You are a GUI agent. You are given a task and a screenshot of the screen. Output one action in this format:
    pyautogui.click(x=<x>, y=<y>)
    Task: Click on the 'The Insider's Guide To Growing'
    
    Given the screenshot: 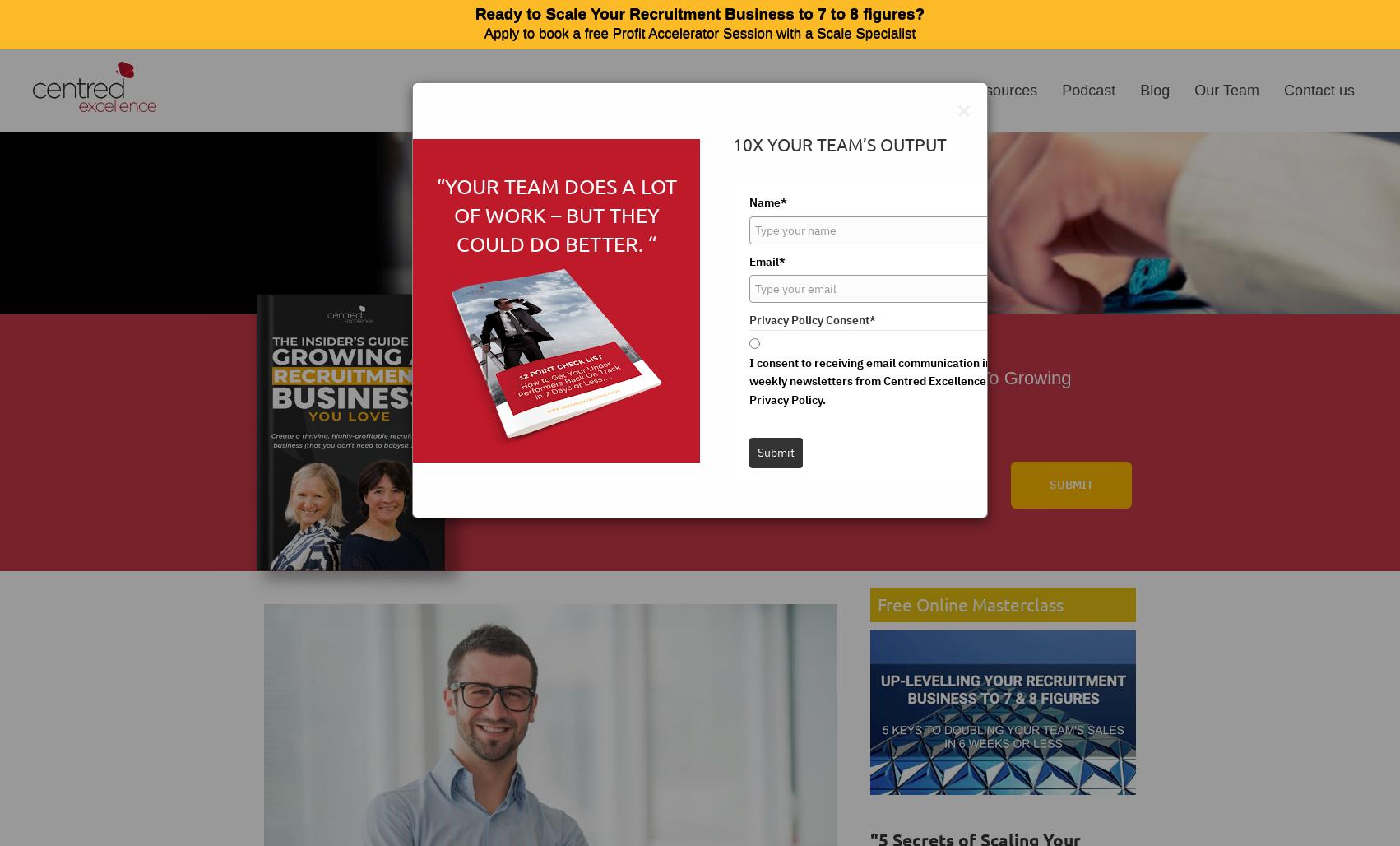 What is the action you would take?
    pyautogui.click(x=944, y=377)
    